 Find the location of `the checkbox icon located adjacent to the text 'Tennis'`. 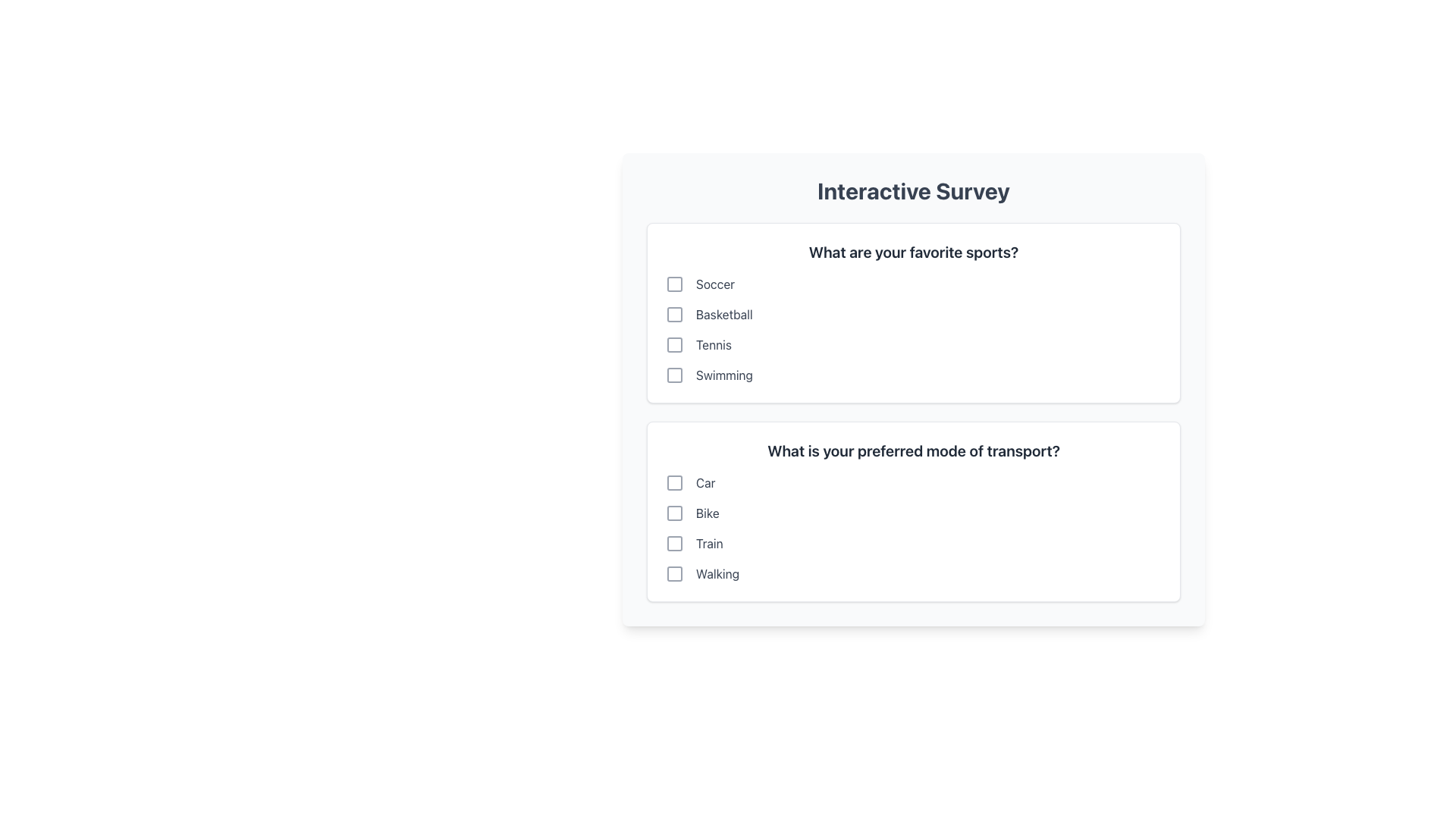

the checkbox icon located adjacent to the text 'Tennis' is located at coordinates (673, 345).